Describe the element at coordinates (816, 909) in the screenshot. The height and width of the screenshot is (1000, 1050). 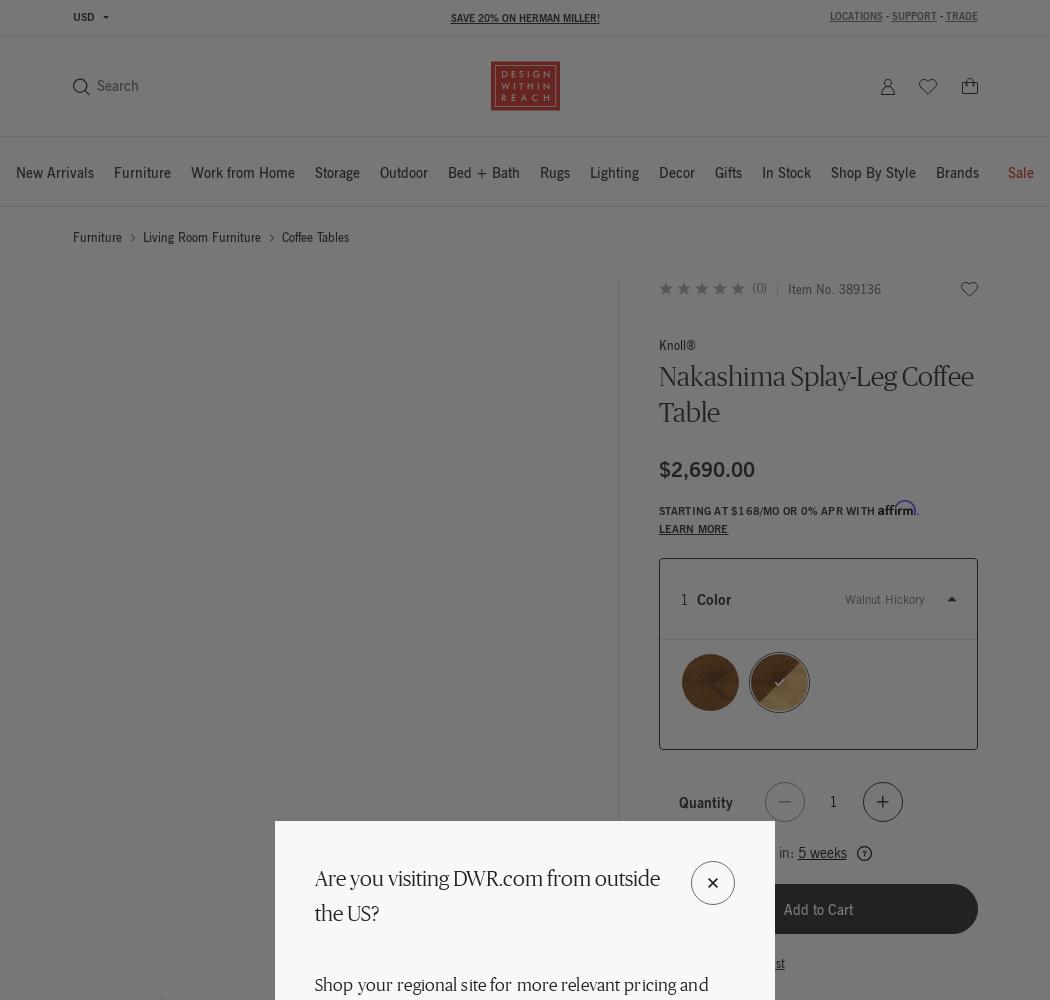
I see `'Add to Cart'` at that location.